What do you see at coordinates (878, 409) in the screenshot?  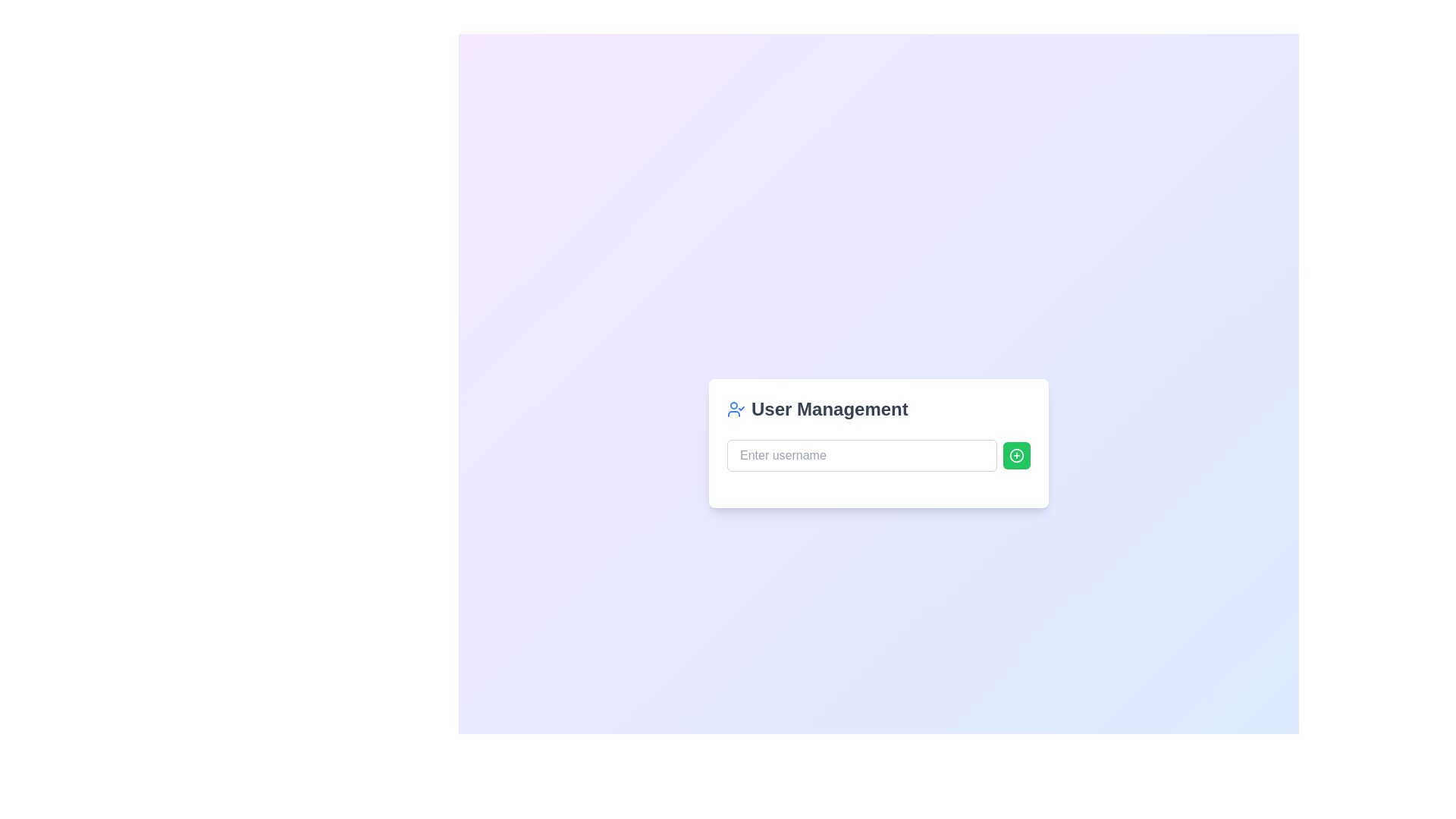 I see `the 'User Management' text with the blue user icon` at bounding box center [878, 409].